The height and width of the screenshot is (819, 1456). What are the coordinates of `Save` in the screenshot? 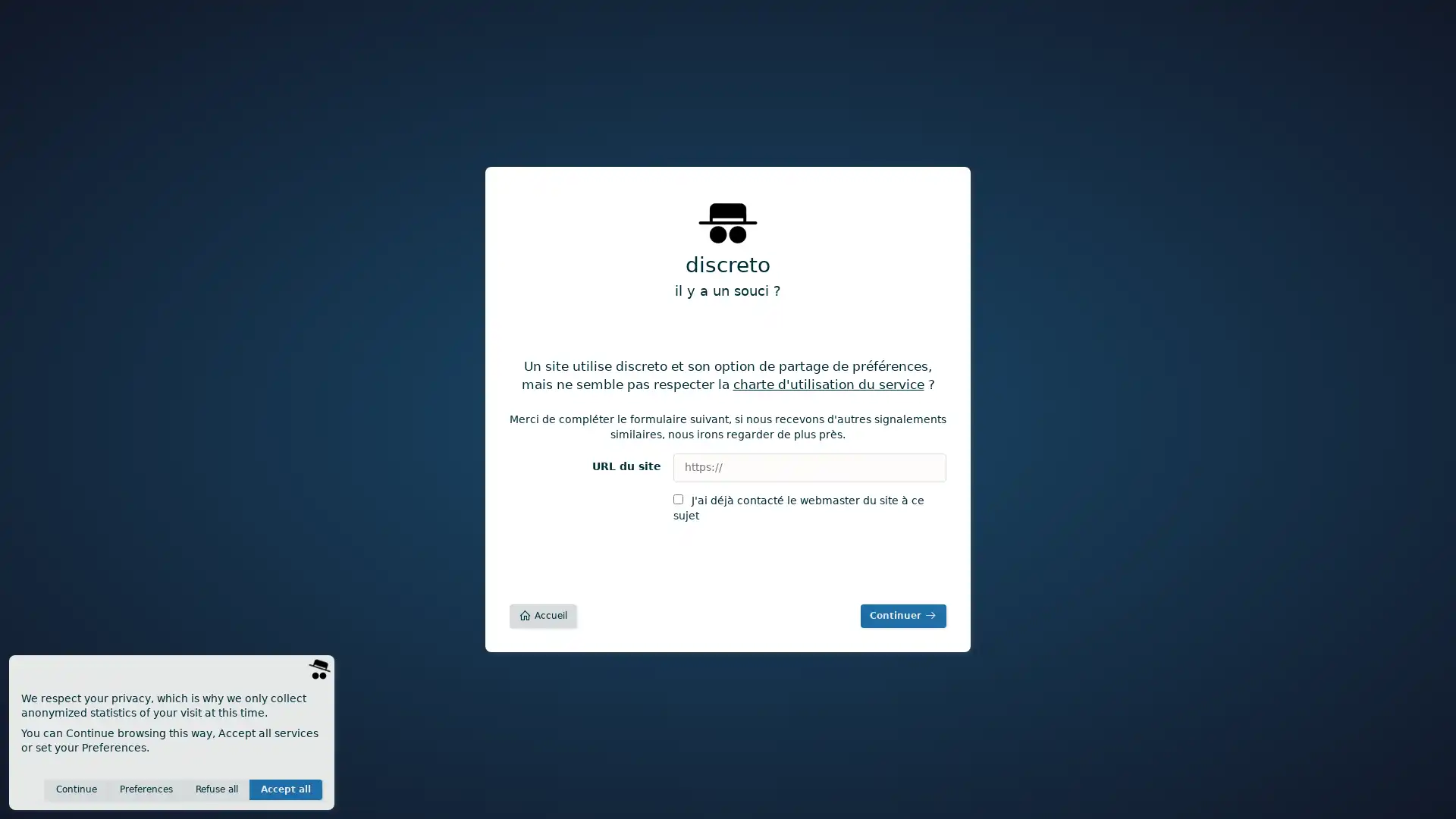 It's located at (298, 795).